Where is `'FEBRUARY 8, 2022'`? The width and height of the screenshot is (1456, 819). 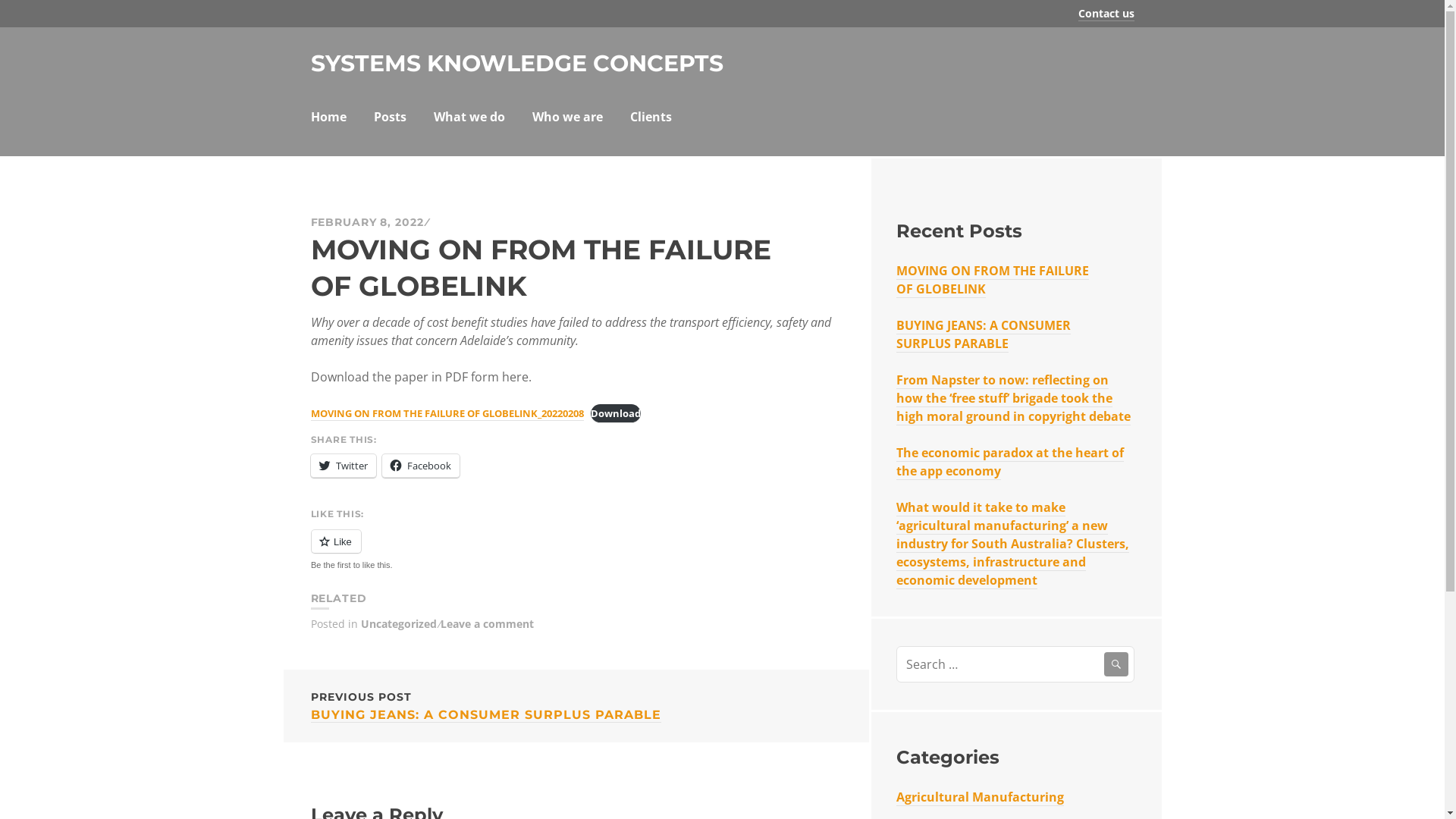
'FEBRUARY 8, 2022' is located at coordinates (367, 222).